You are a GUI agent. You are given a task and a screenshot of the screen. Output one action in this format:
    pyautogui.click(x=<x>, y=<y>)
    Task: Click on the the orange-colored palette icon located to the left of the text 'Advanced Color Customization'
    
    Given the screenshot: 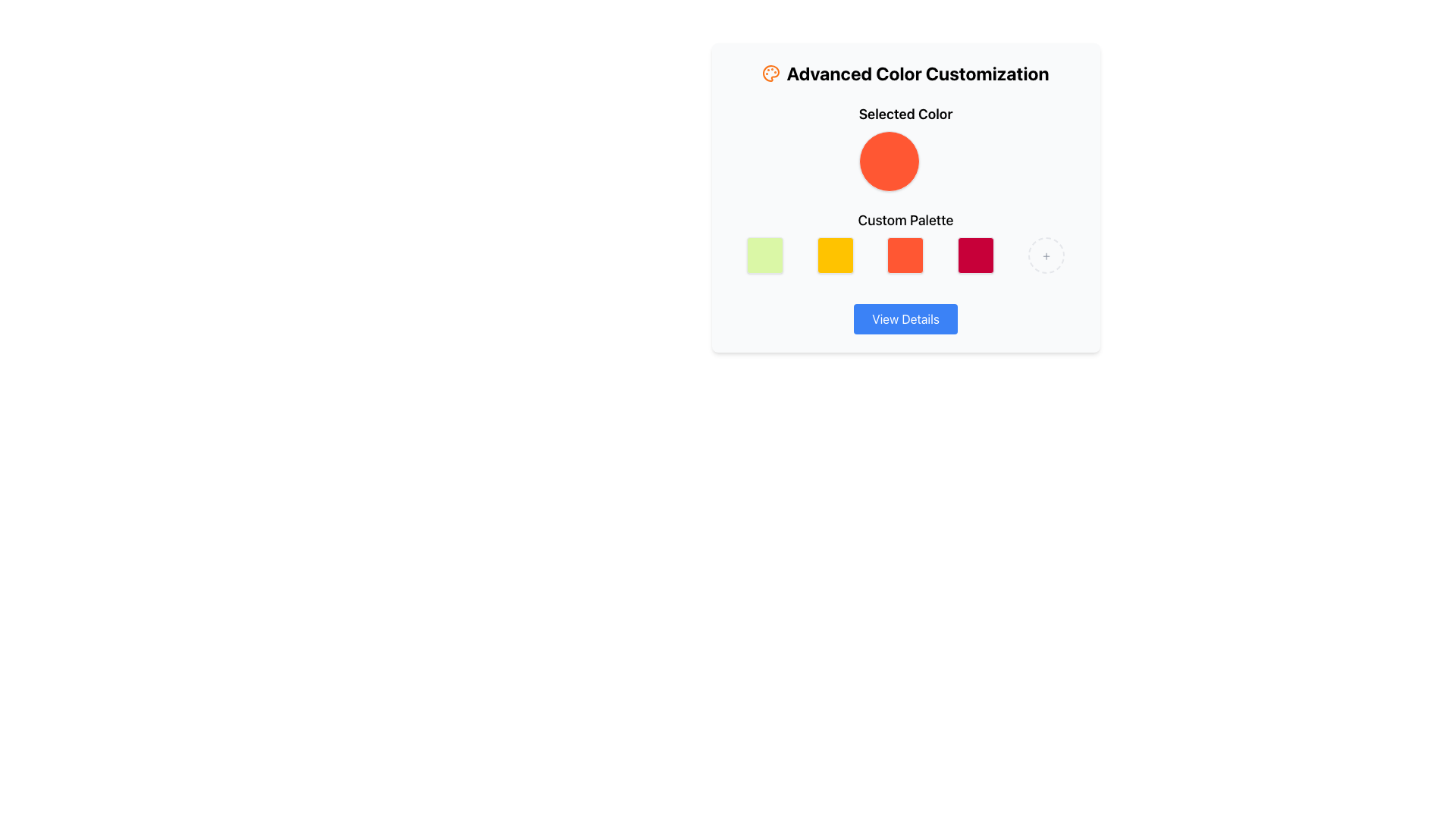 What is the action you would take?
    pyautogui.click(x=771, y=73)
    